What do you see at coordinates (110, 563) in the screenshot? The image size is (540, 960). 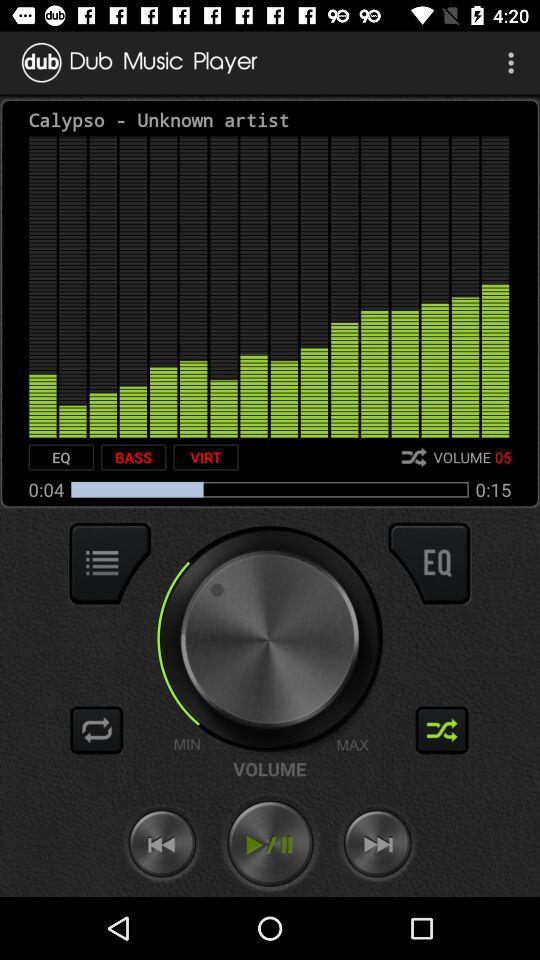 I see `the menu bar` at bounding box center [110, 563].